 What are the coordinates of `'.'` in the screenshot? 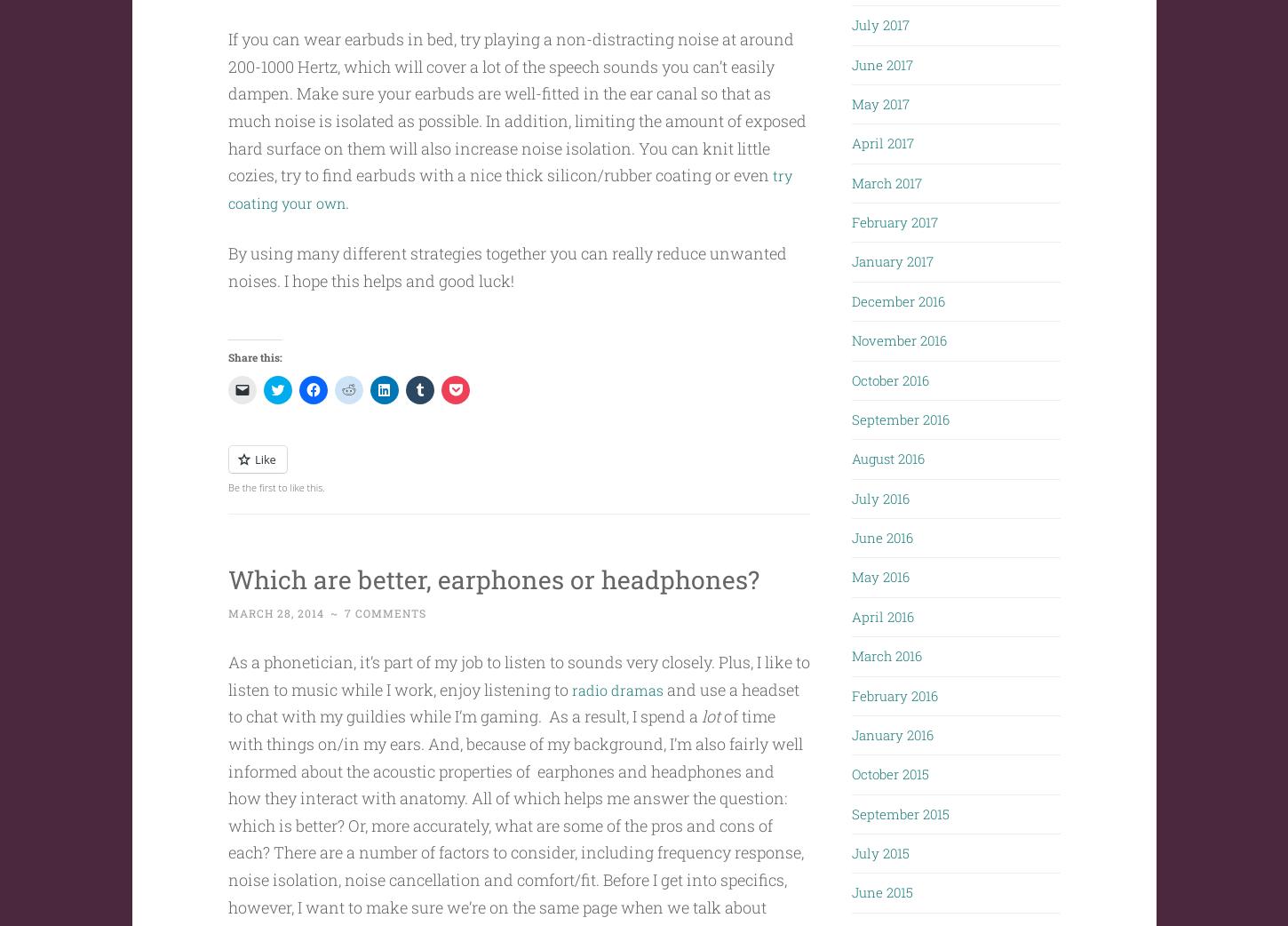 It's located at (356, 201).